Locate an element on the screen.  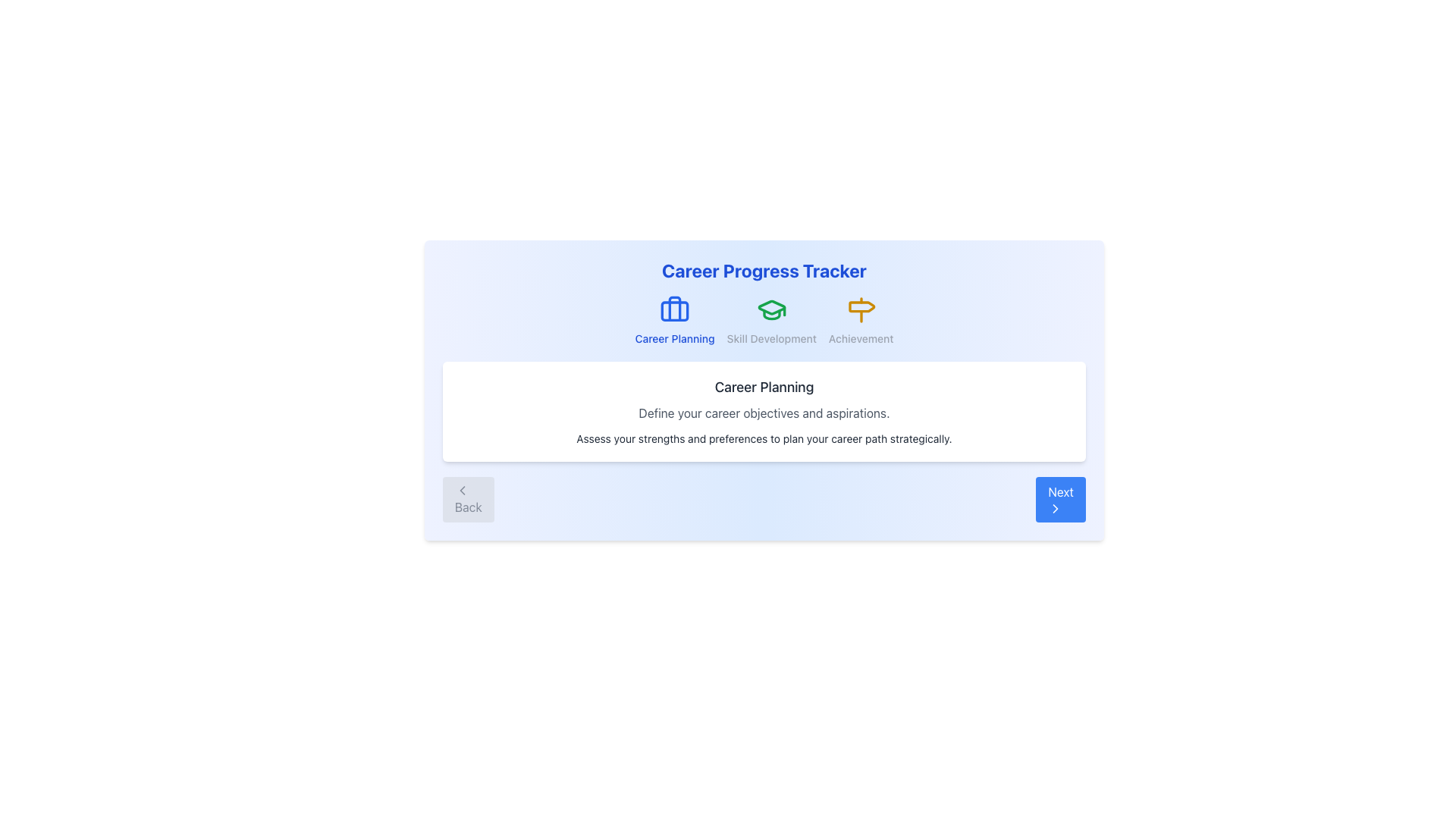
the lower horizontal area of the briefcase icon, which is part of the 'Career Progress Tracker' section is located at coordinates (673, 310).